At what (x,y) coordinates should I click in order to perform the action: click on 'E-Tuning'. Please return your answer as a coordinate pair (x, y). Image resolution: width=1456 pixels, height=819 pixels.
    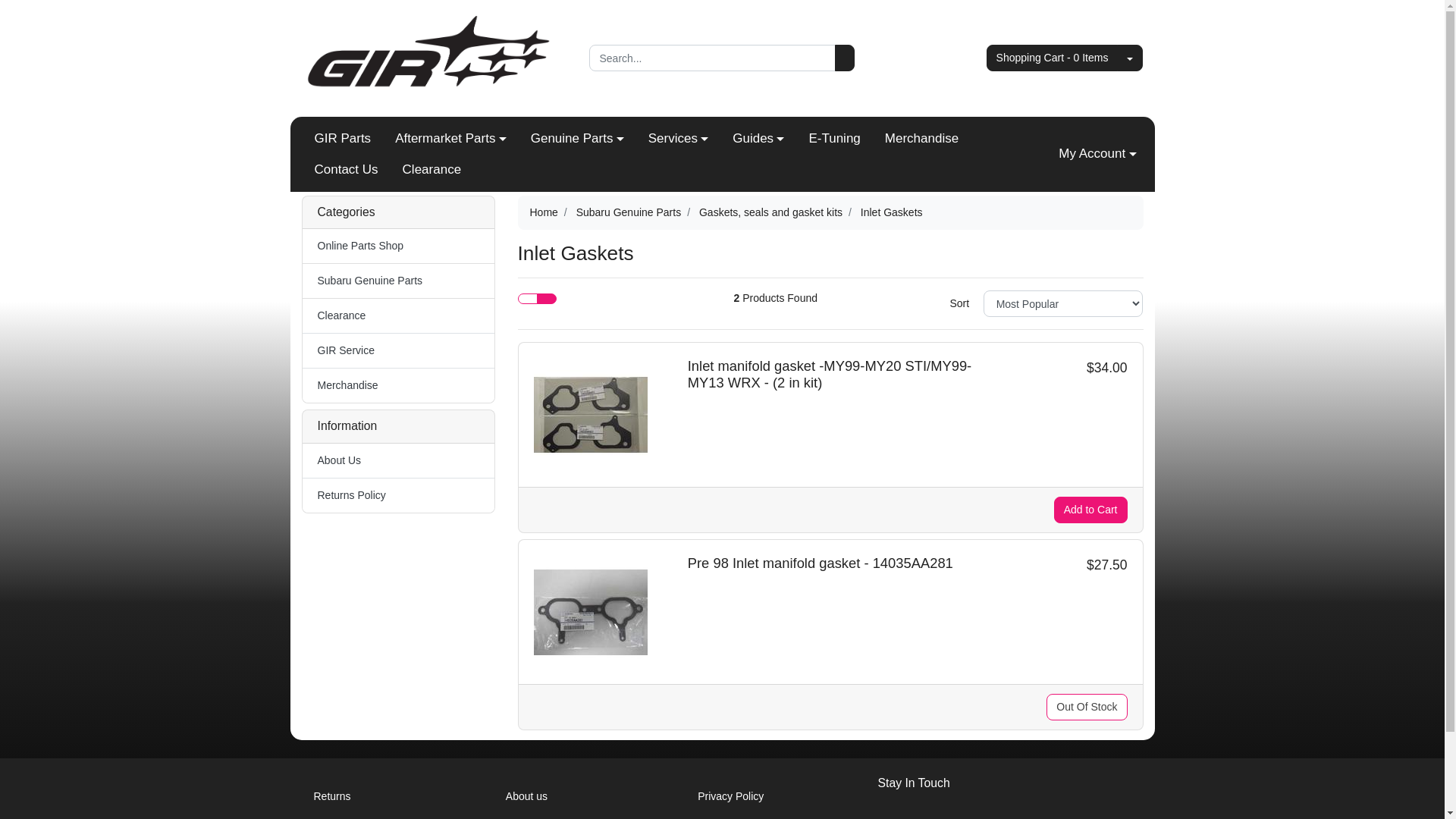
    Looking at the image, I should click on (833, 138).